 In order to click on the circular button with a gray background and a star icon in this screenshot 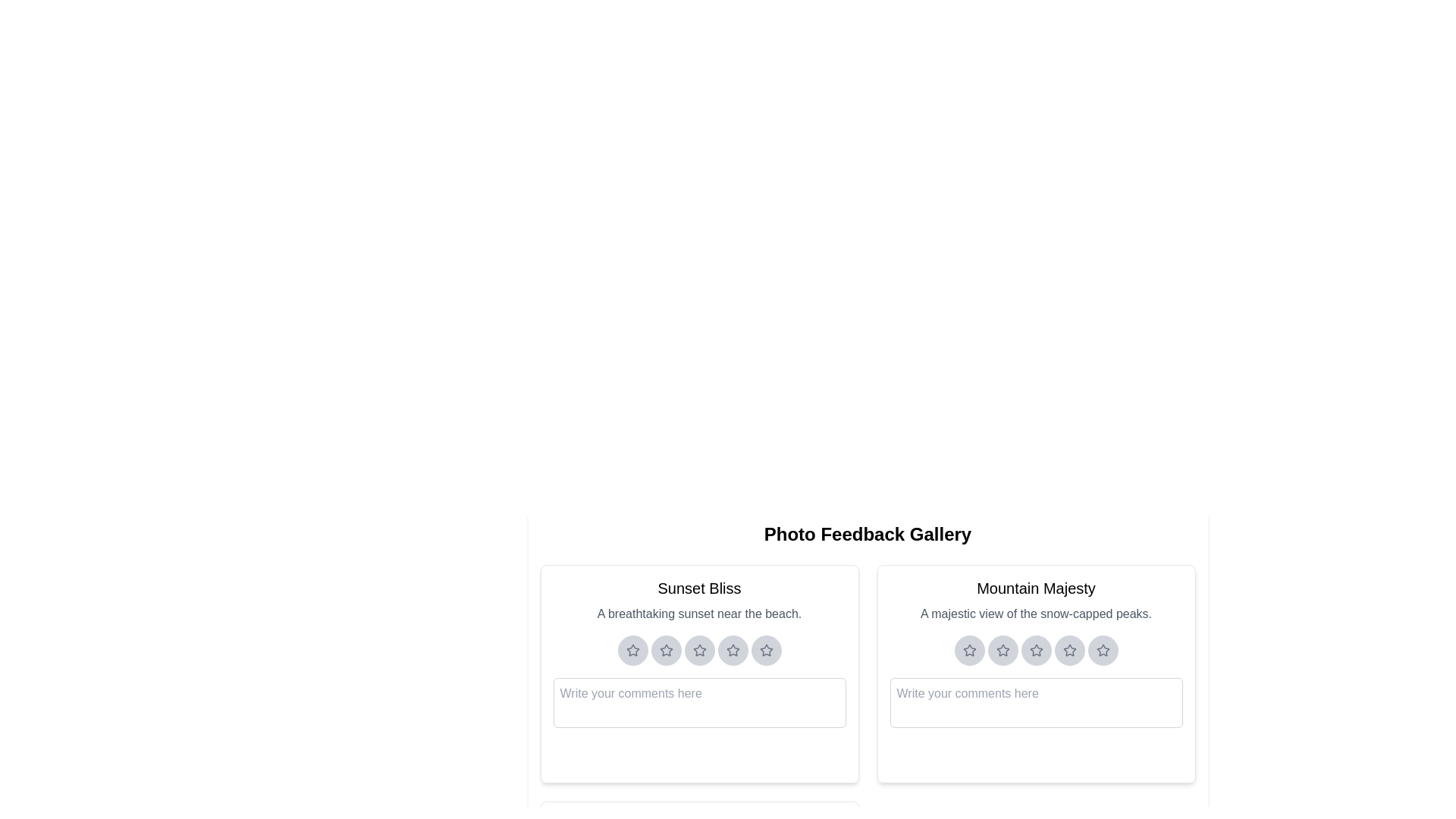, I will do `click(1035, 649)`.